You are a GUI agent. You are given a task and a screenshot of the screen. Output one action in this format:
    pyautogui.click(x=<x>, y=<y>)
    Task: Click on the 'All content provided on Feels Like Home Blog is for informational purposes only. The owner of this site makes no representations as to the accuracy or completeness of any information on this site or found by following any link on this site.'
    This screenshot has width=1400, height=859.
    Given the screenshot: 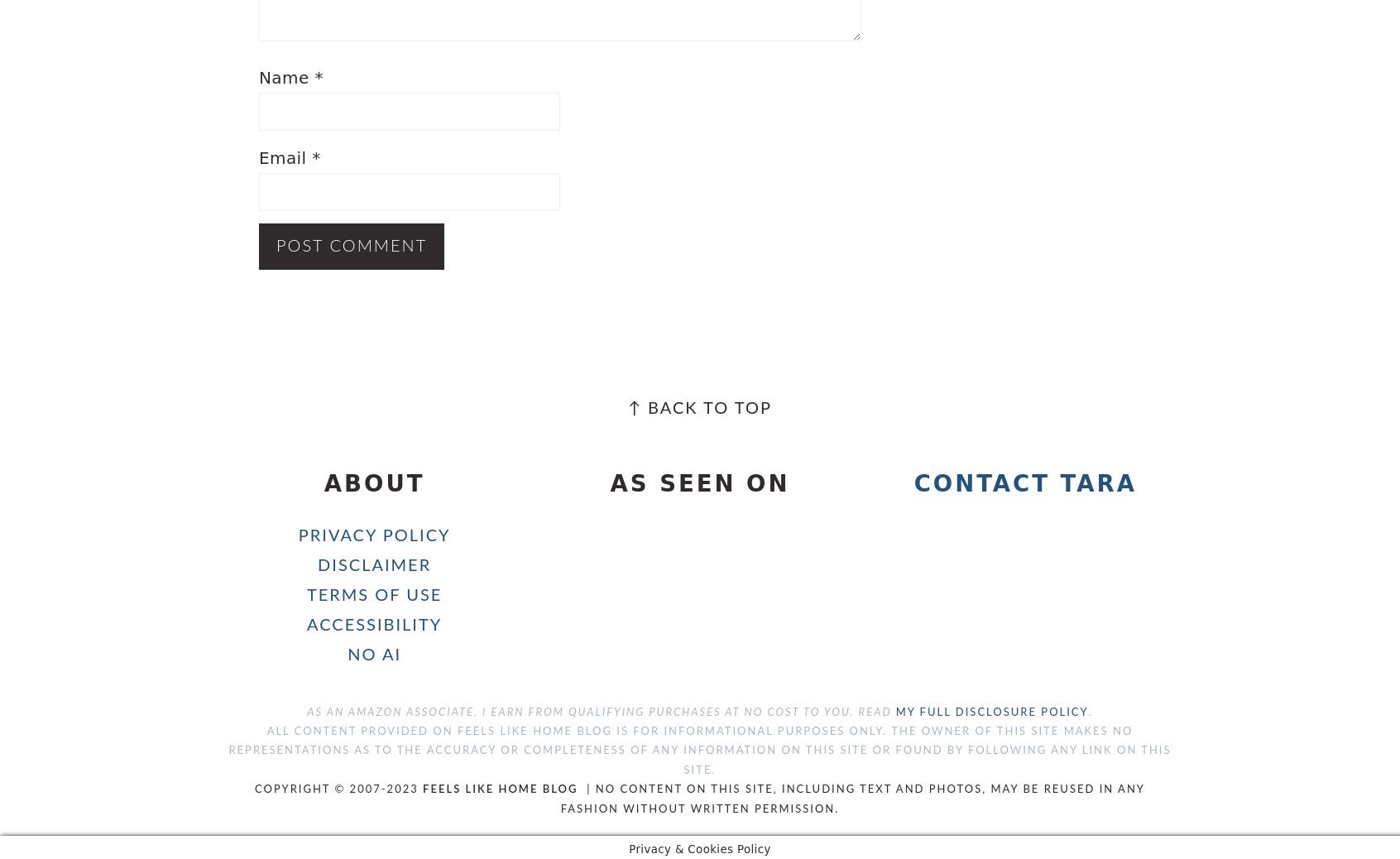 What is the action you would take?
    pyautogui.click(x=699, y=751)
    